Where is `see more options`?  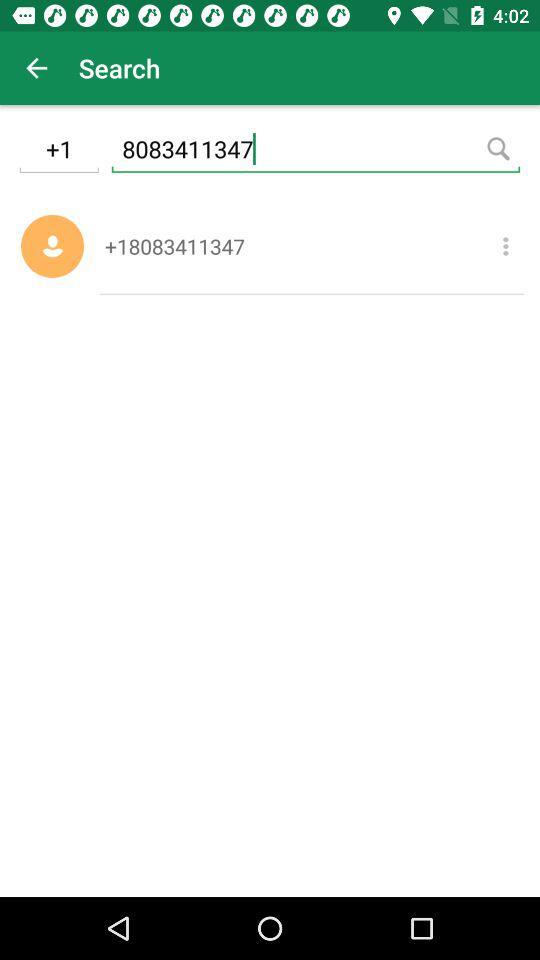 see more options is located at coordinates (504, 245).